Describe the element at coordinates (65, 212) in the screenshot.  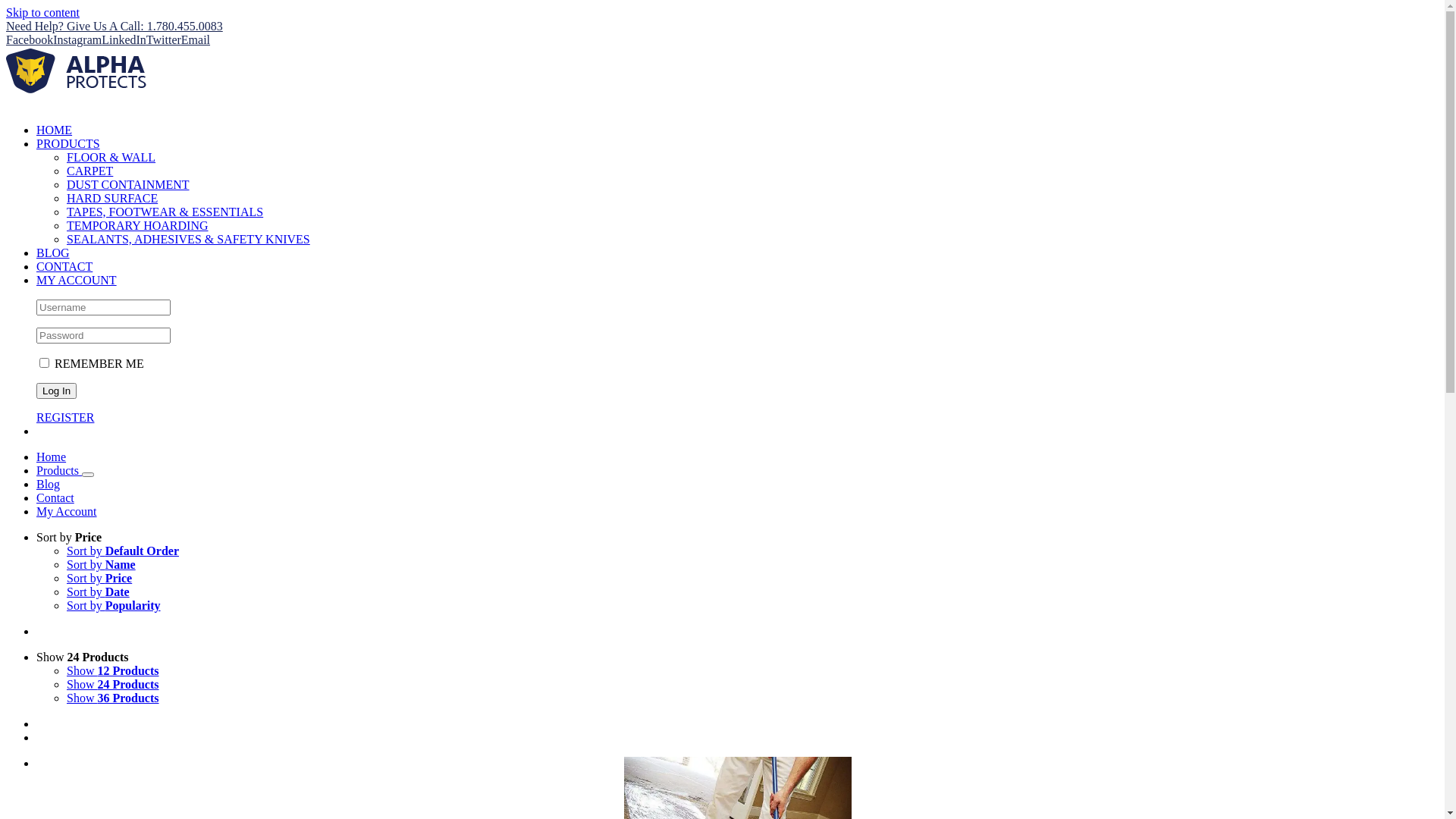
I see `'TAPES, FOOTWEAR & ESSENTIALS'` at that location.